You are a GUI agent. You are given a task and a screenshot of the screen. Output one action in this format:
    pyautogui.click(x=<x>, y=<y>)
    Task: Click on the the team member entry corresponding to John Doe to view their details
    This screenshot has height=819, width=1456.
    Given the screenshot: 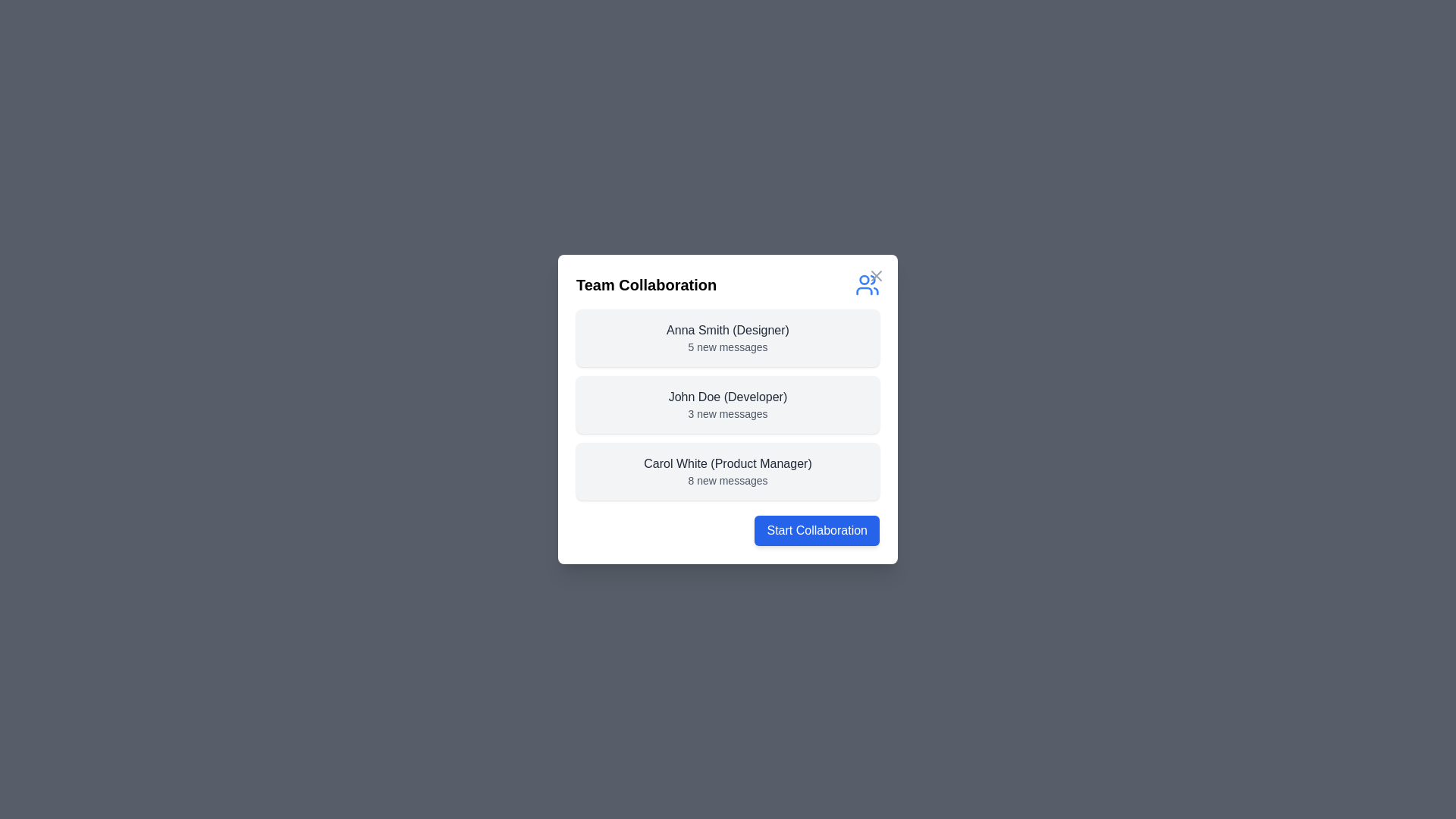 What is the action you would take?
    pyautogui.click(x=728, y=403)
    